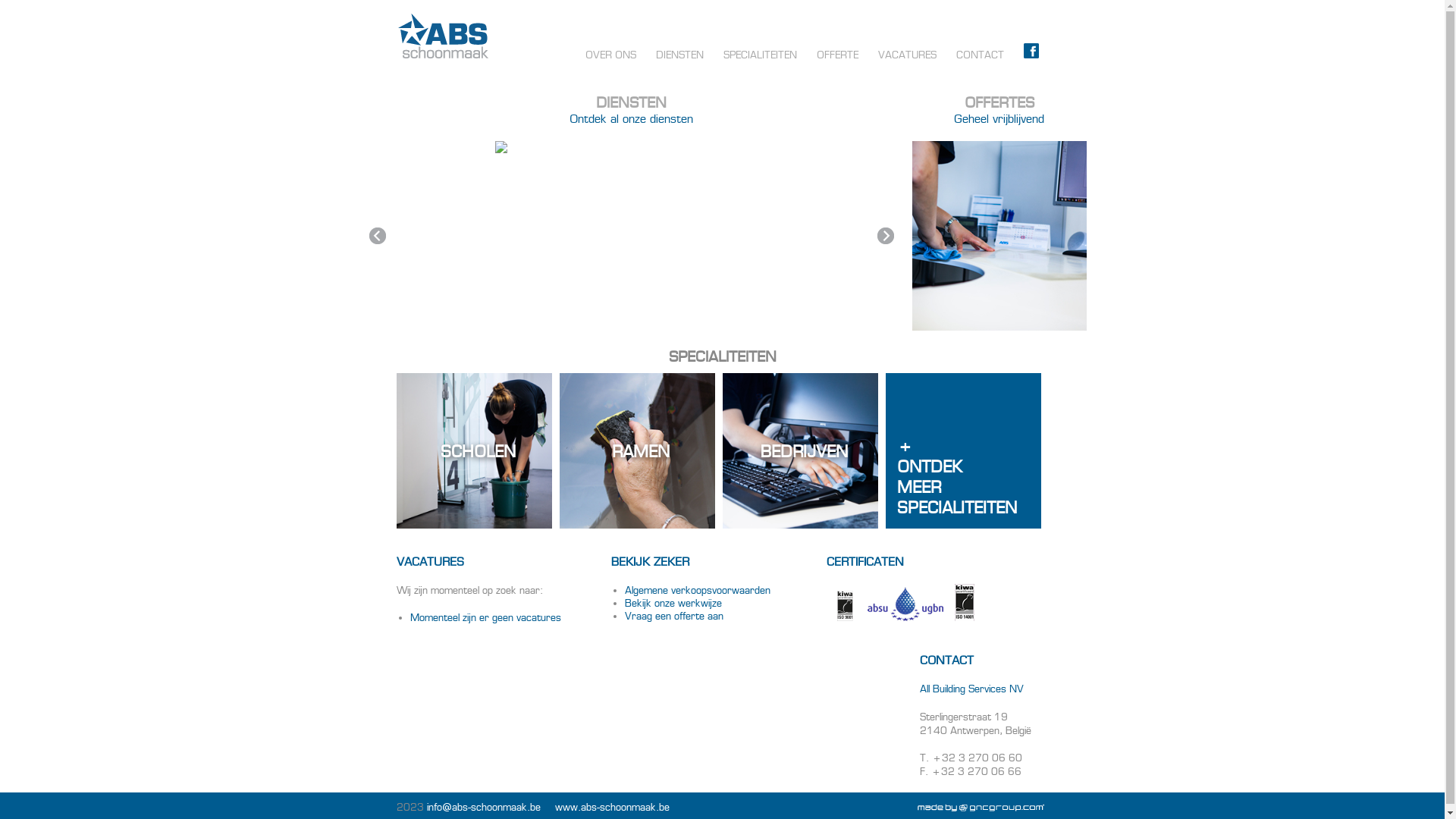  I want to click on 'OVER ONS', so click(574, 54).